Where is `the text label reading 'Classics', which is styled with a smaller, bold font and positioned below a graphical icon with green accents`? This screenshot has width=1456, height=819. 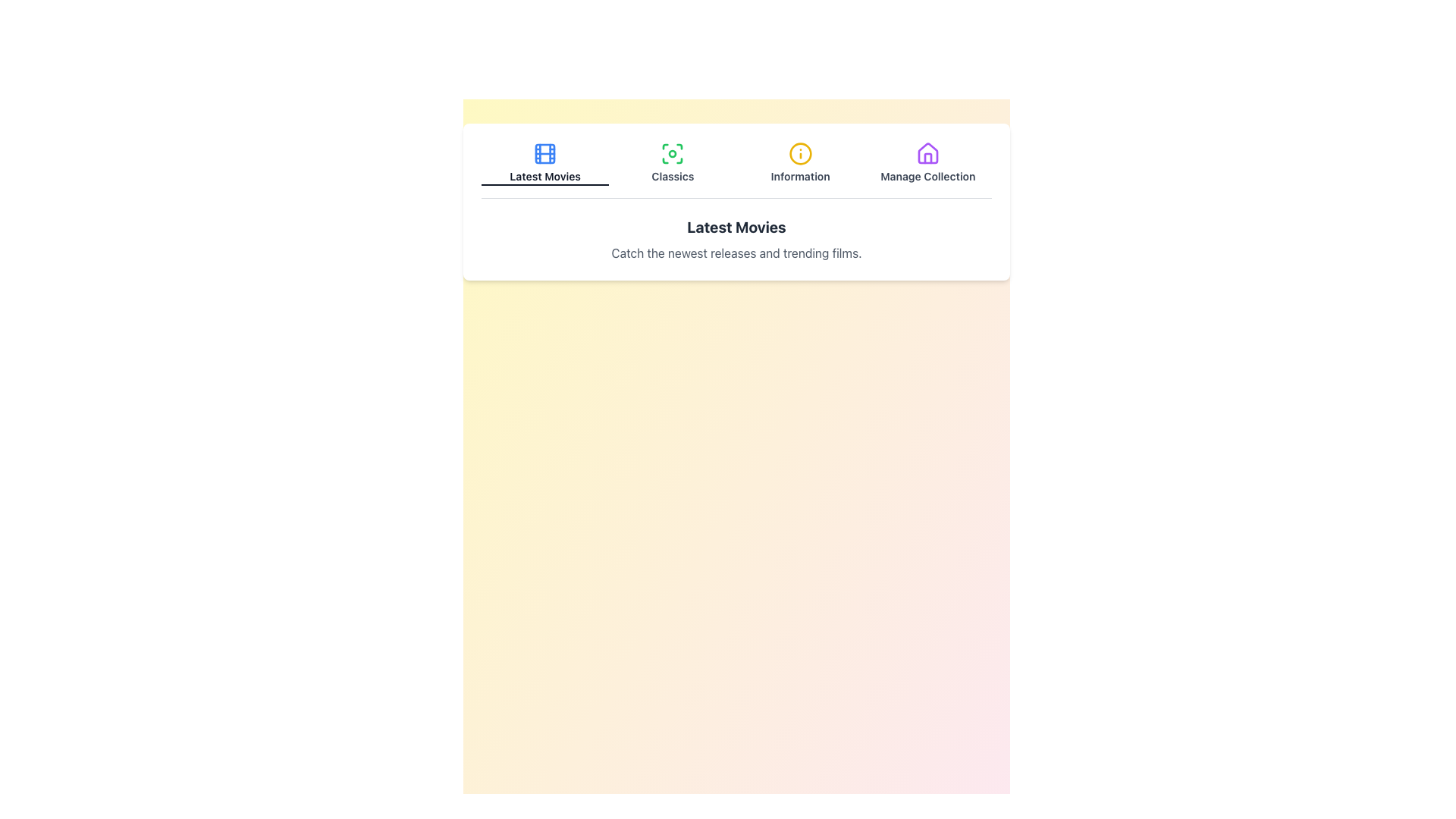 the text label reading 'Classics', which is styled with a smaller, bold font and positioned below a graphical icon with green accents is located at coordinates (672, 175).